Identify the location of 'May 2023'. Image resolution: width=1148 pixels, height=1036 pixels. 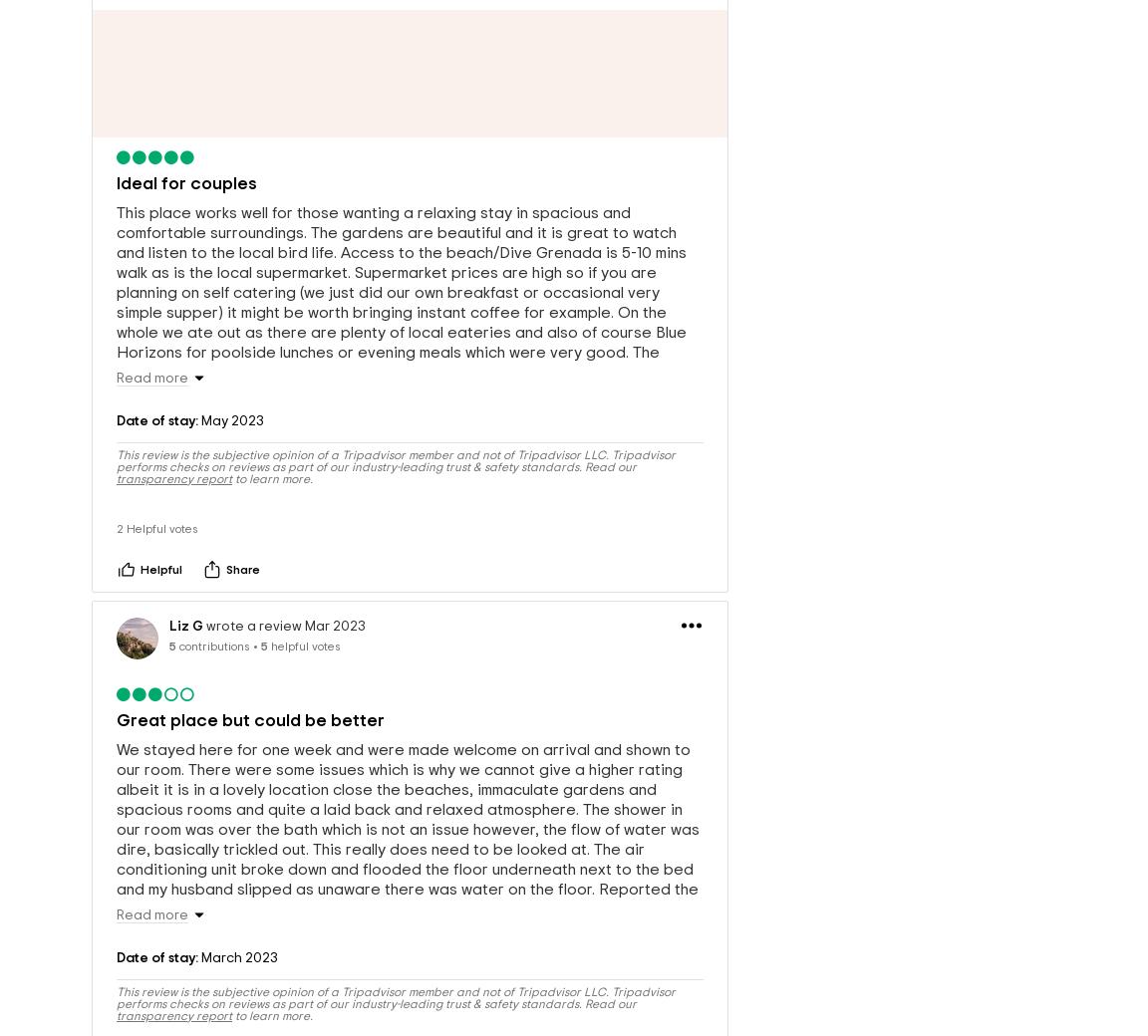
(231, 425).